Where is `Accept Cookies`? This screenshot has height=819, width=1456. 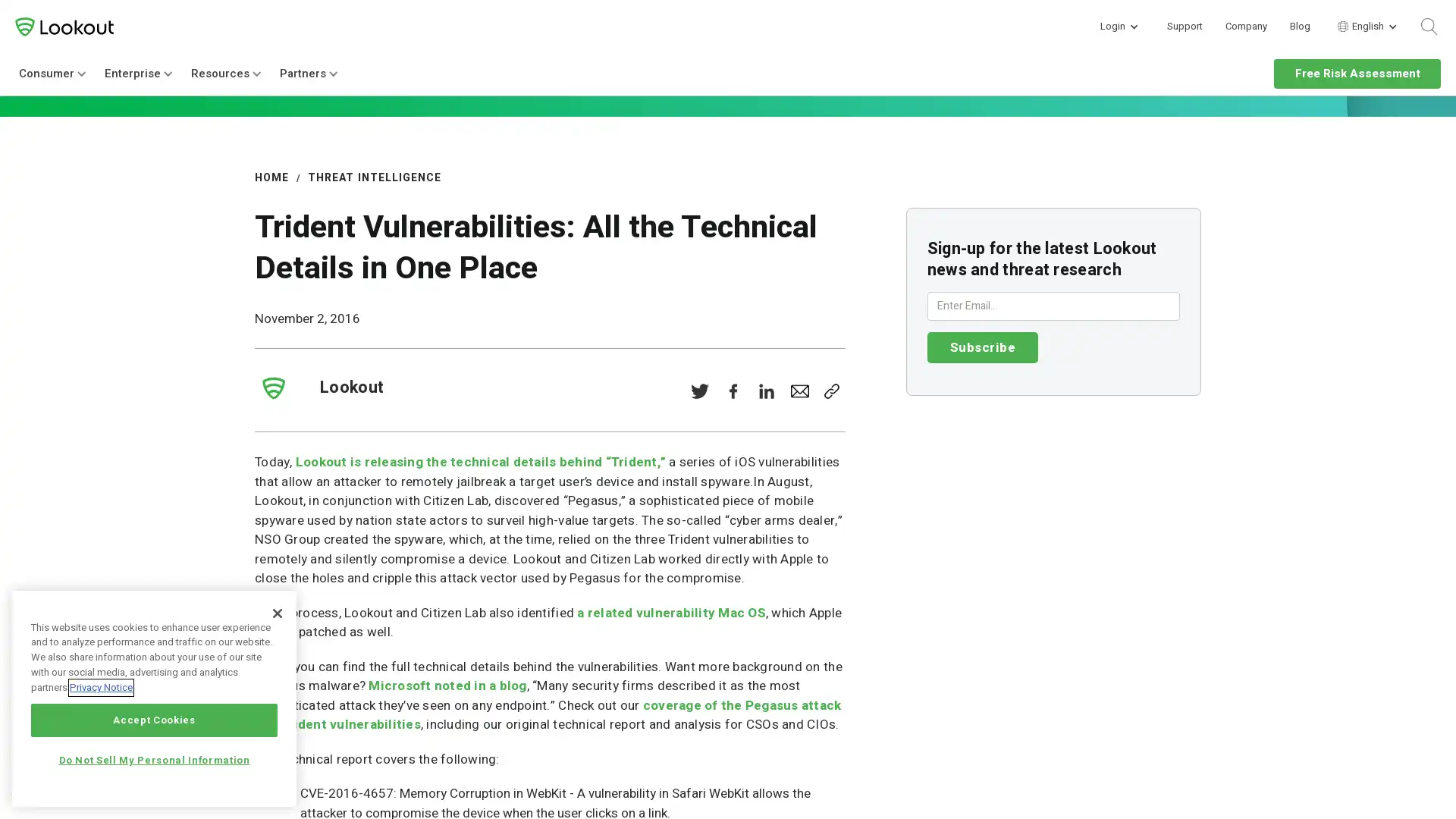 Accept Cookies is located at coordinates (154, 719).